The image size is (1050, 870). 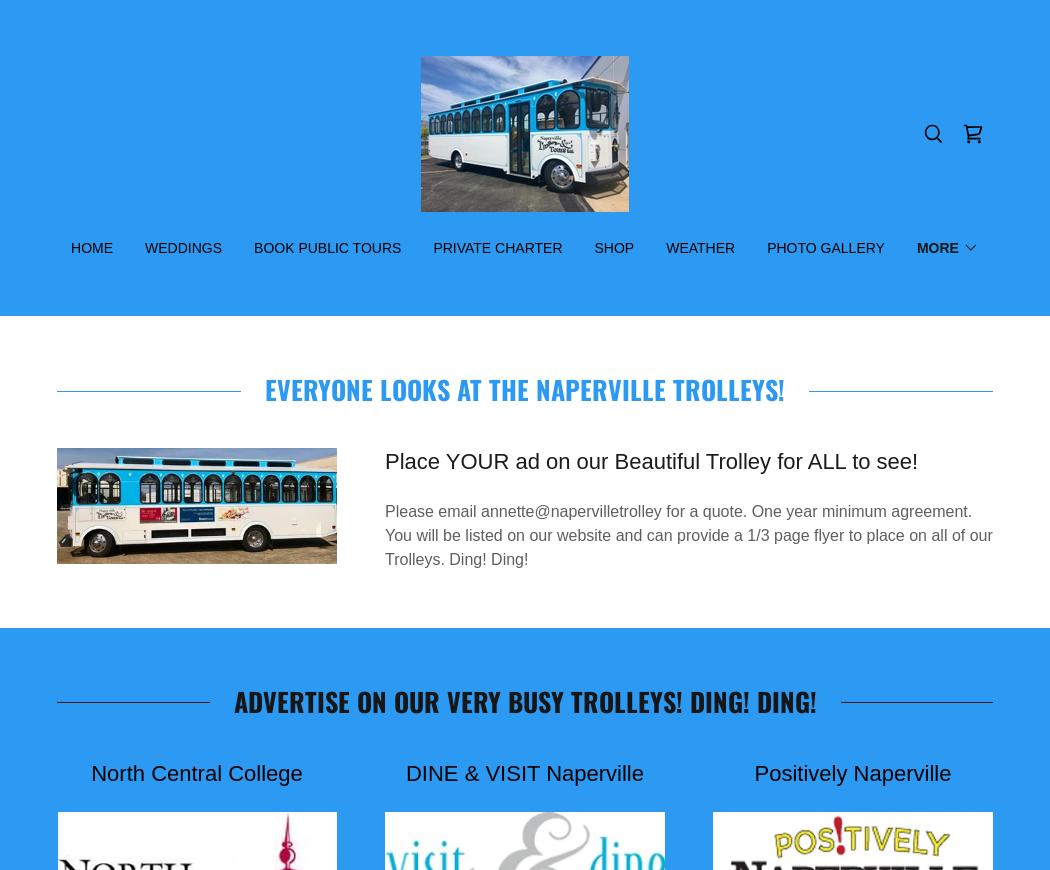 What do you see at coordinates (650, 460) in the screenshot?
I see `'Place YOUR ad on our Beautiful Trolley for ALL to see!'` at bounding box center [650, 460].